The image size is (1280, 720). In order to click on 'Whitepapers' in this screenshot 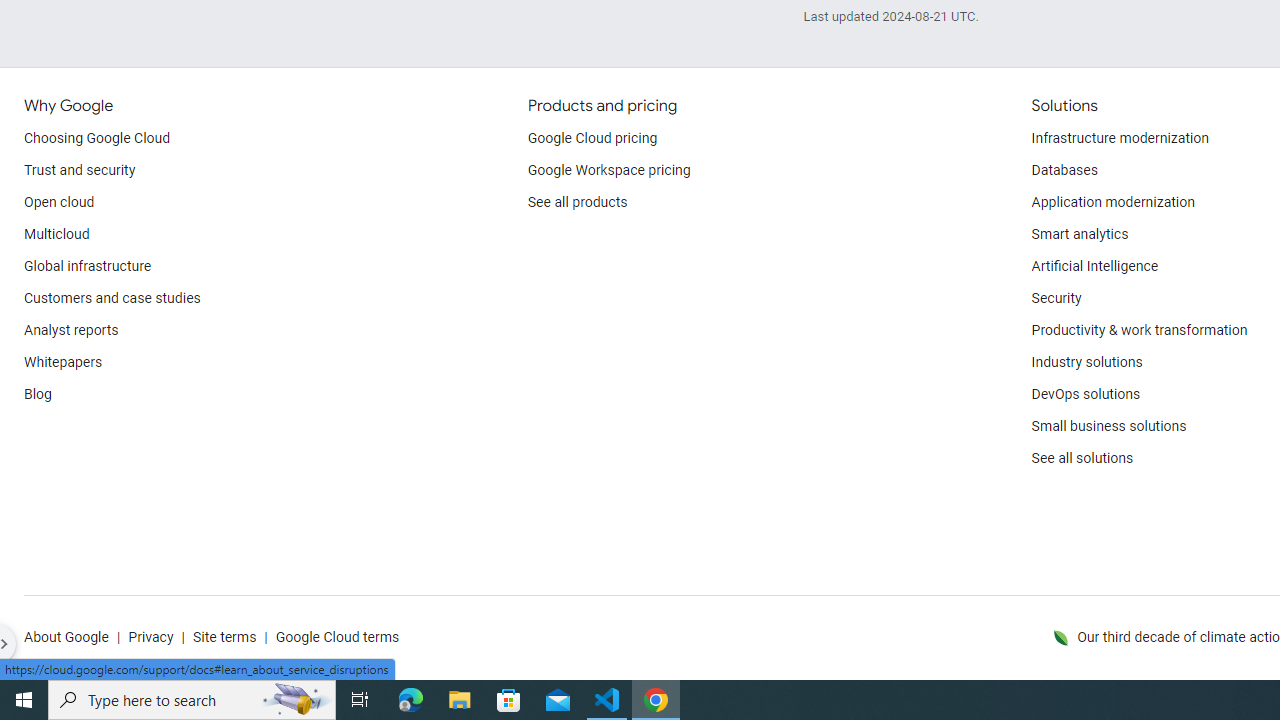, I will do `click(63, 362)`.